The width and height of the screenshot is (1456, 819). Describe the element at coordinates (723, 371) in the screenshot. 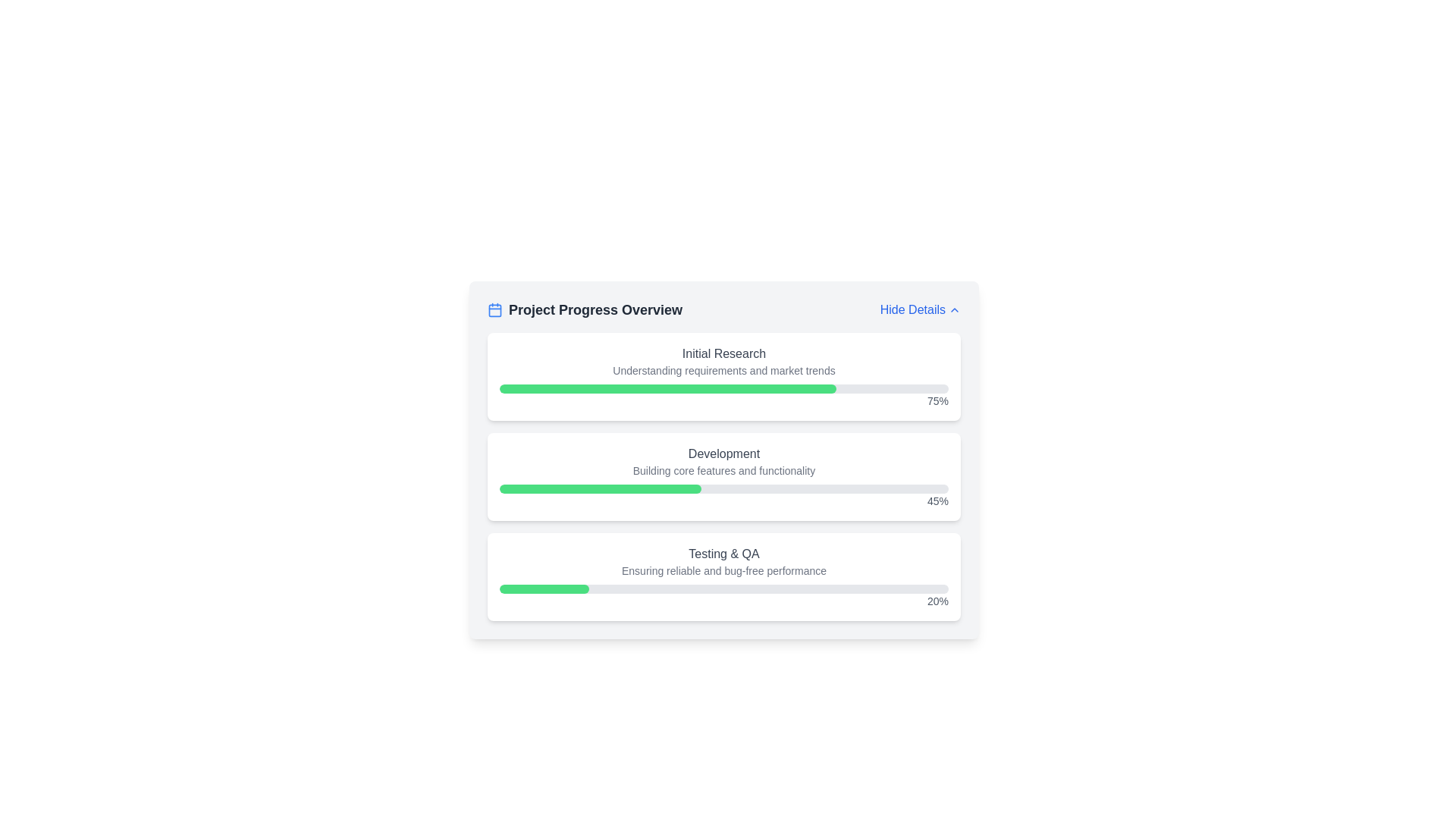

I see `the detailed description element below the title 'Initial Research'` at that location.